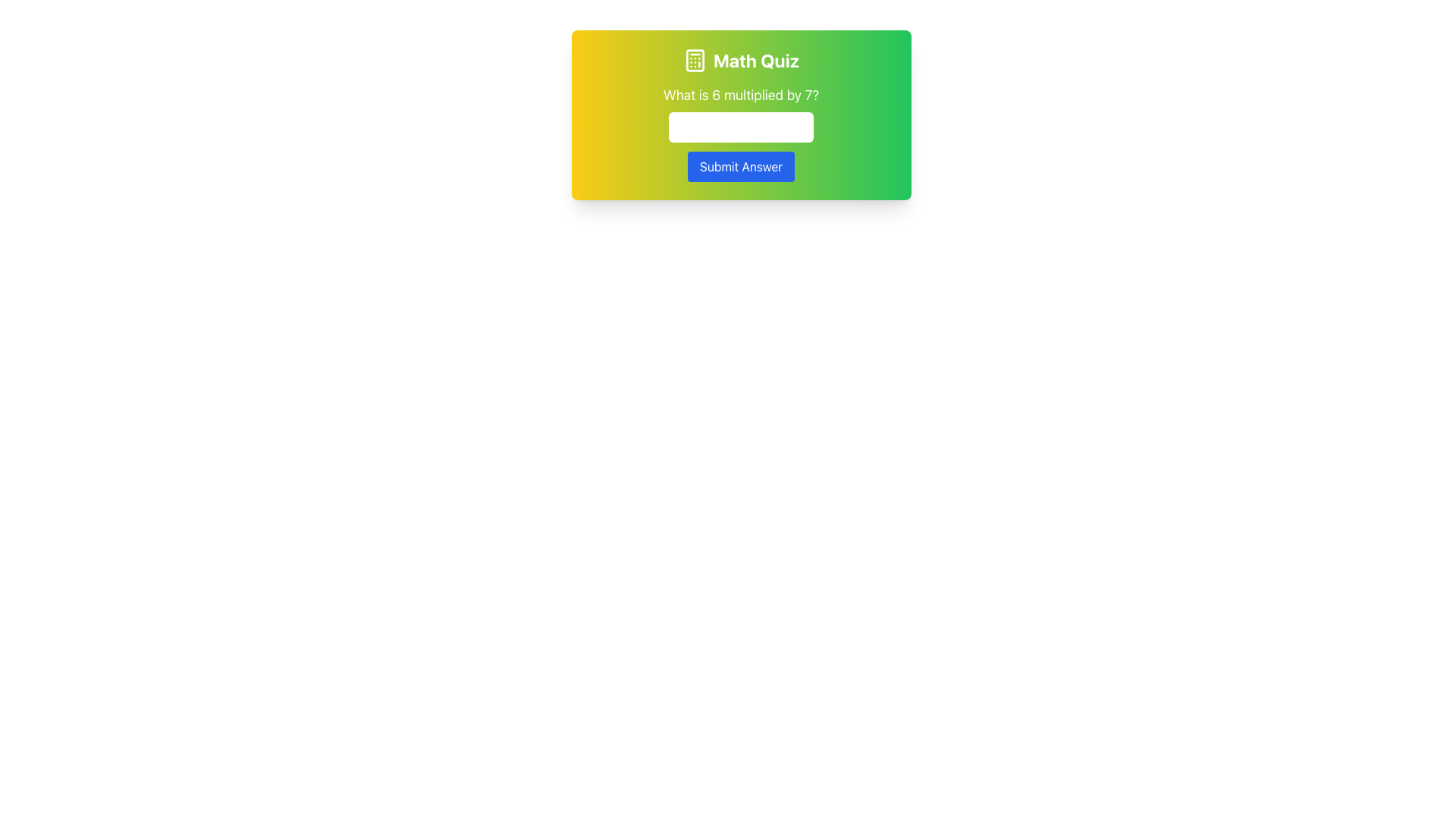  Describe the element at coordinates (756, 60) in the screenshot. I see `text of the 'Math Quiz' title label, which is a bold, large font text-based UI component centered at the top of the card` at that location.